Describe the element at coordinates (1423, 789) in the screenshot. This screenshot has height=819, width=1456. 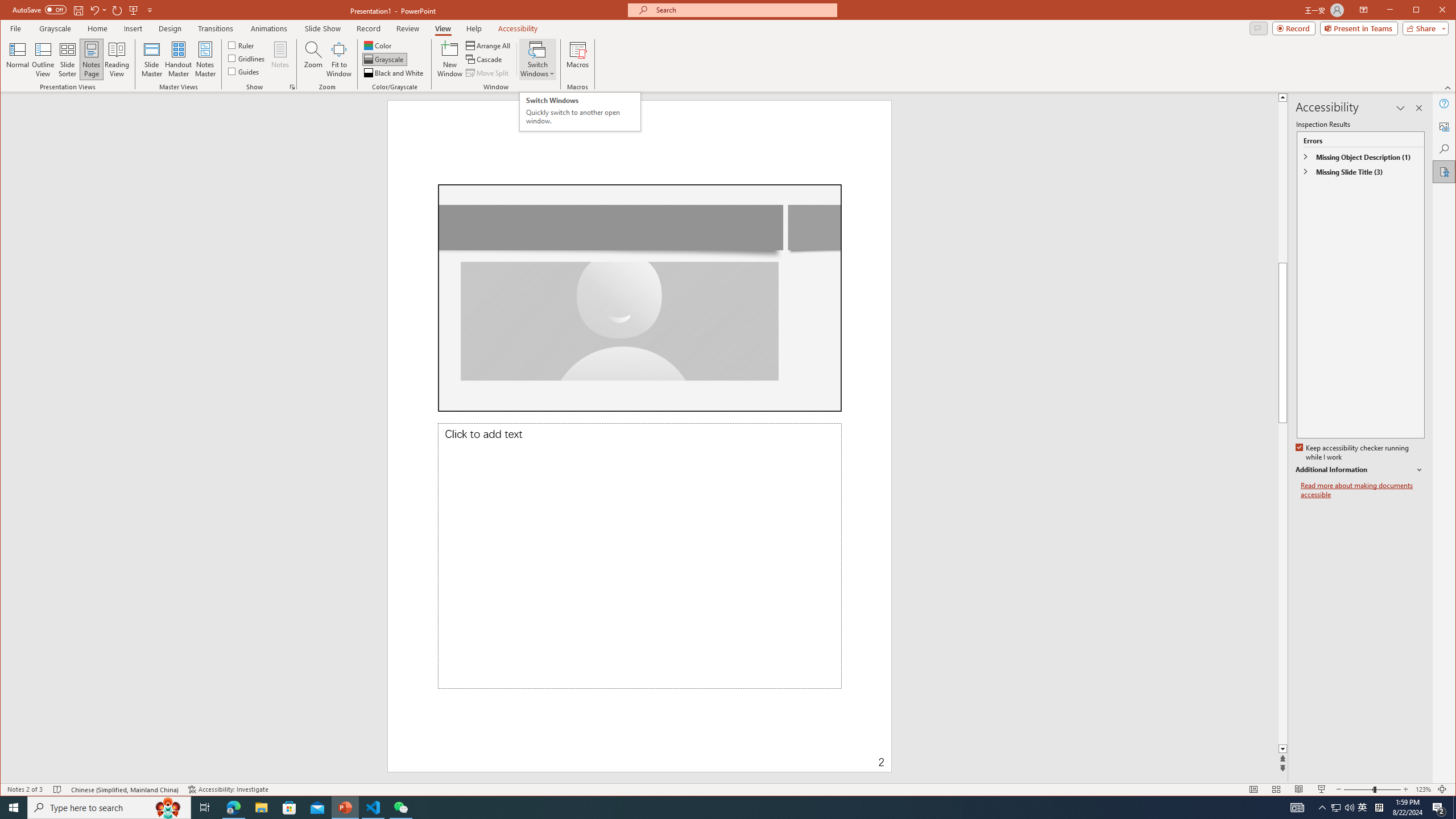
I see `'Zoom 123%'` at that location.